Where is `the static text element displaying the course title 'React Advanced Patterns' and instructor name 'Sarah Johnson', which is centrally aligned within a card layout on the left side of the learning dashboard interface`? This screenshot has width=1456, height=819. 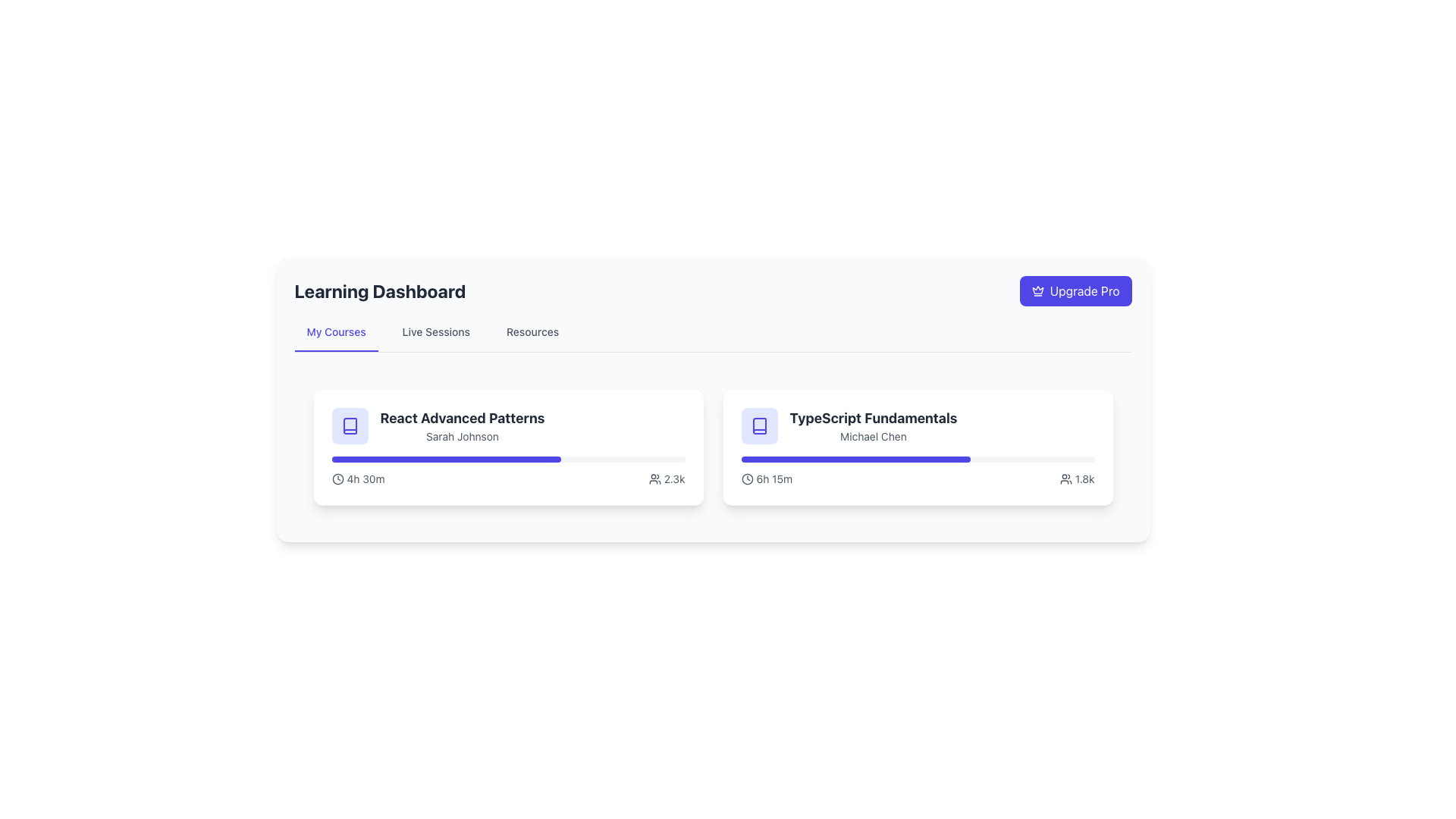 the static text element displaying the course title 'React Advanced Patterns' and instructor name 'Sarah Johnson', which is centrally aligned within a card layout on the left side of the learning dashboard interface is located at coordinates (461, 426).